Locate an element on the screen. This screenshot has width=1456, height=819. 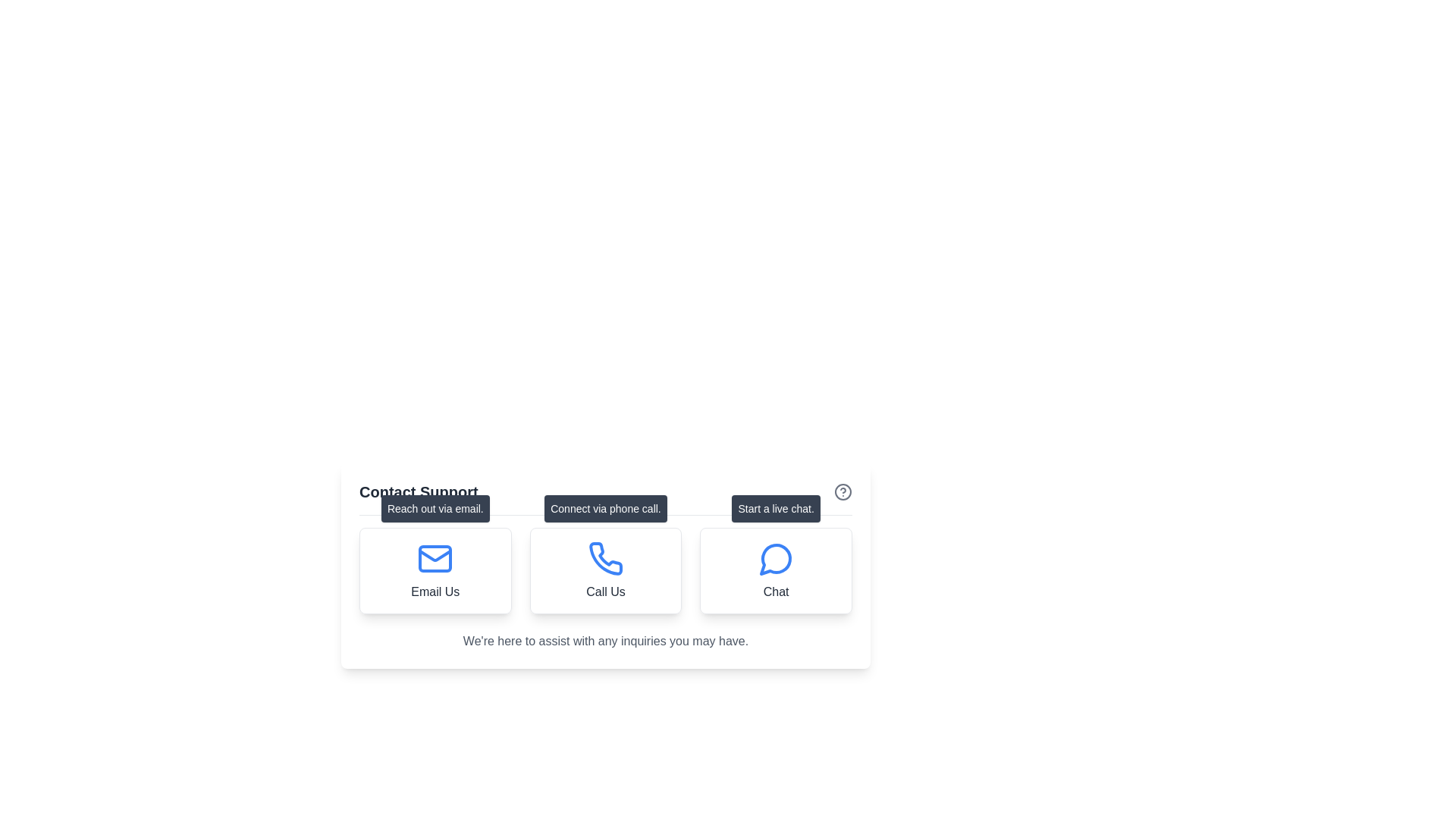
the SVG rectangle that visually enhances the 'Email Us' button, part of the mail icon is located at coordinates (435, 558).